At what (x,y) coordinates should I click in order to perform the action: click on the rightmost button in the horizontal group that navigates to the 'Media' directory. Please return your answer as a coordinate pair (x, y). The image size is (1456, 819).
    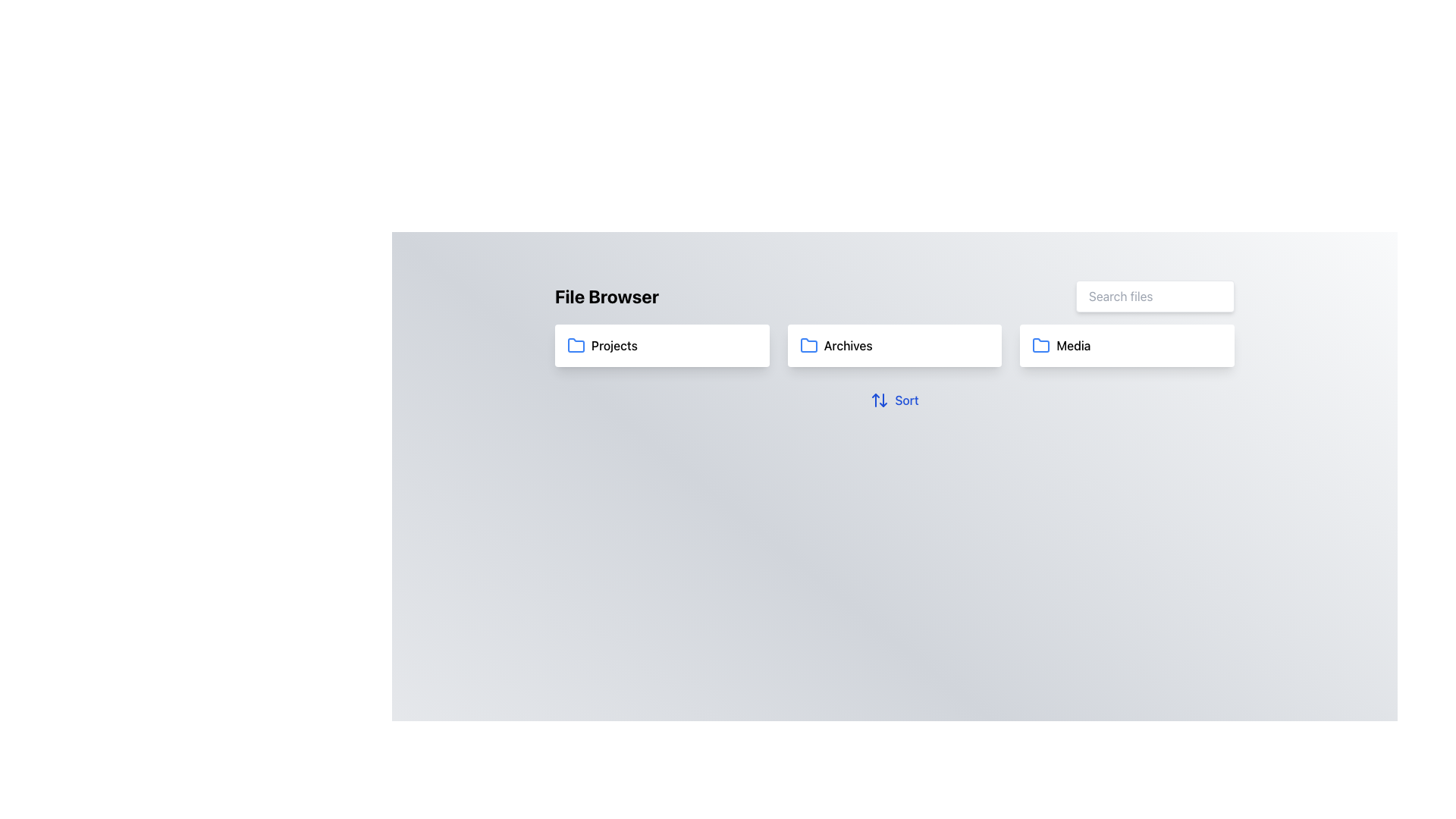
    Looking at the image, I should click on (1127, 345).